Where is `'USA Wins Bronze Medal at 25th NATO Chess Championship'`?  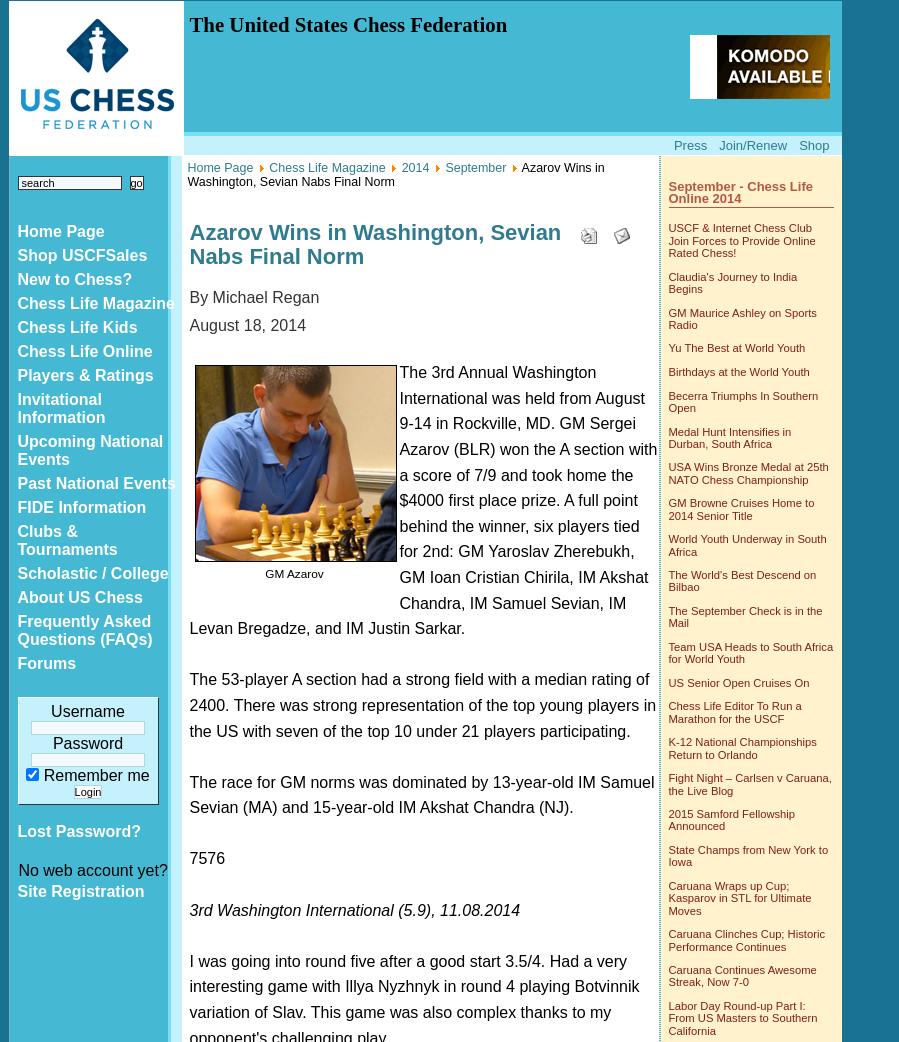
'USA Wins Bronze Medal at 25th NATO Chess Championship' is located at coordinates (746, 472).